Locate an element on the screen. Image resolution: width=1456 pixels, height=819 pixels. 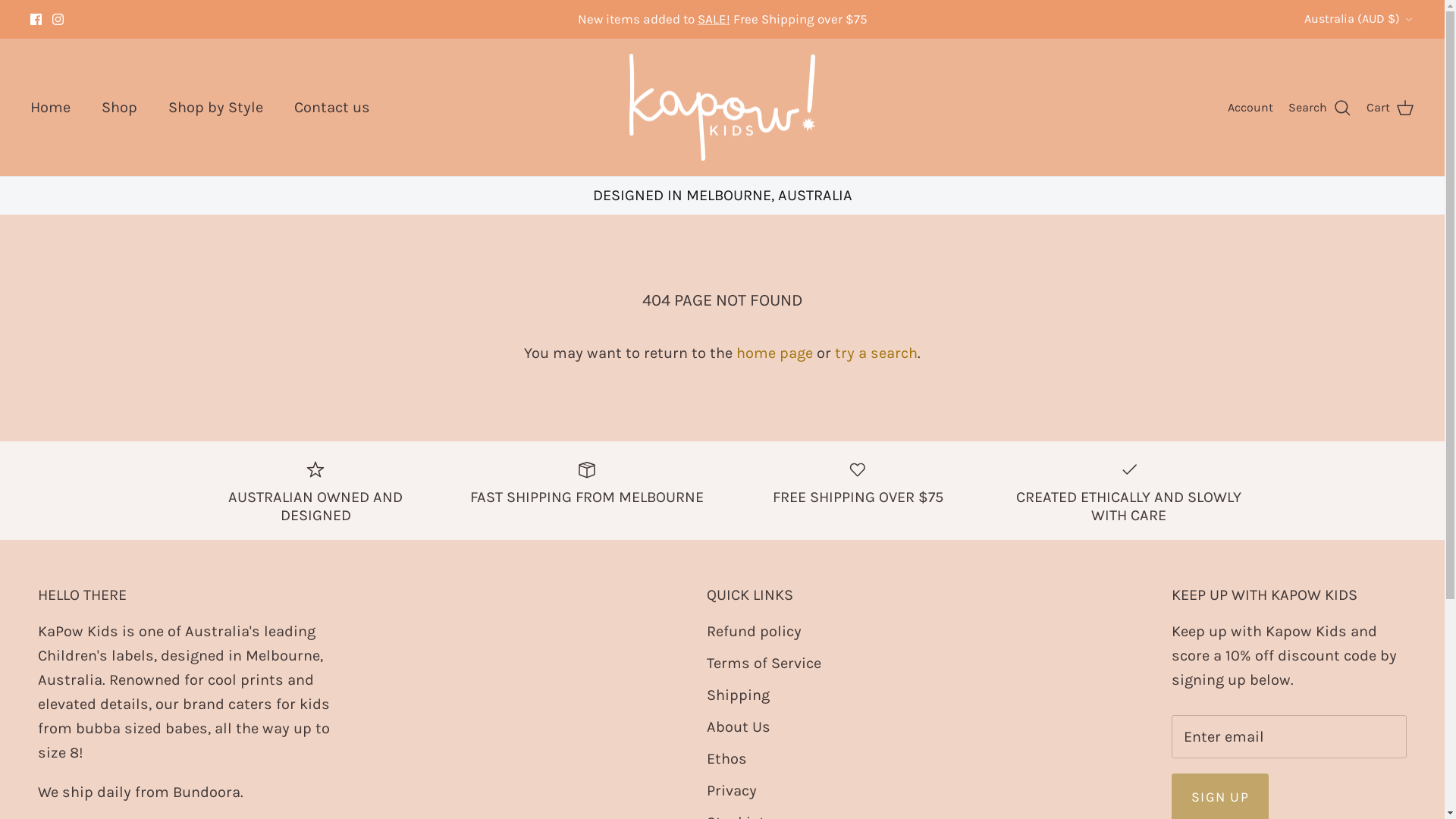
'AUSTRALIAN OWNED AND DESIGNED' is located at coordinates (315, 491).